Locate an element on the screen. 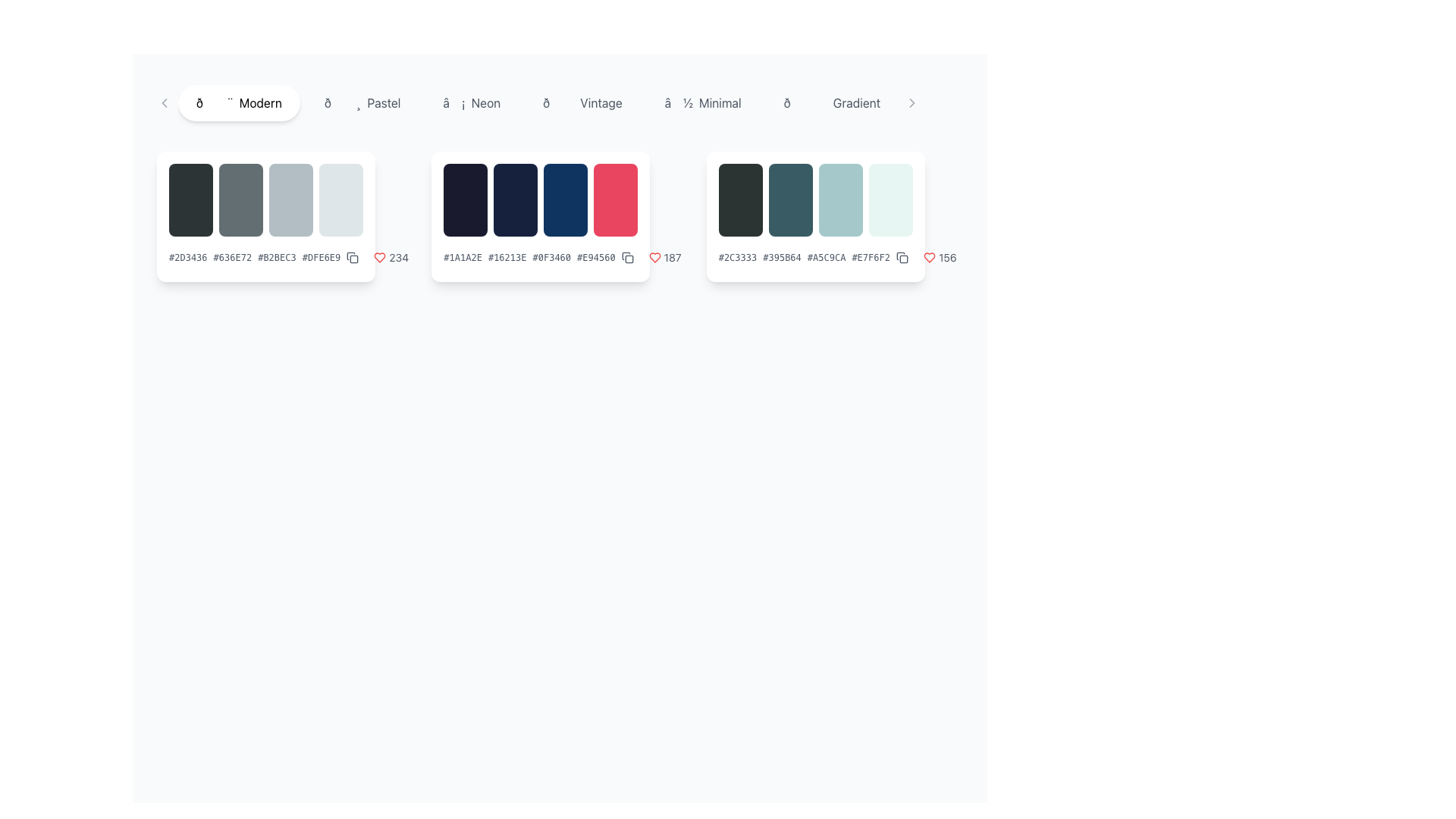 The height and width of the screenshot is (819, 1456). the 'Minimal' button, which is the sixth button in the horizontal menu is located at coordinates (702, 102).